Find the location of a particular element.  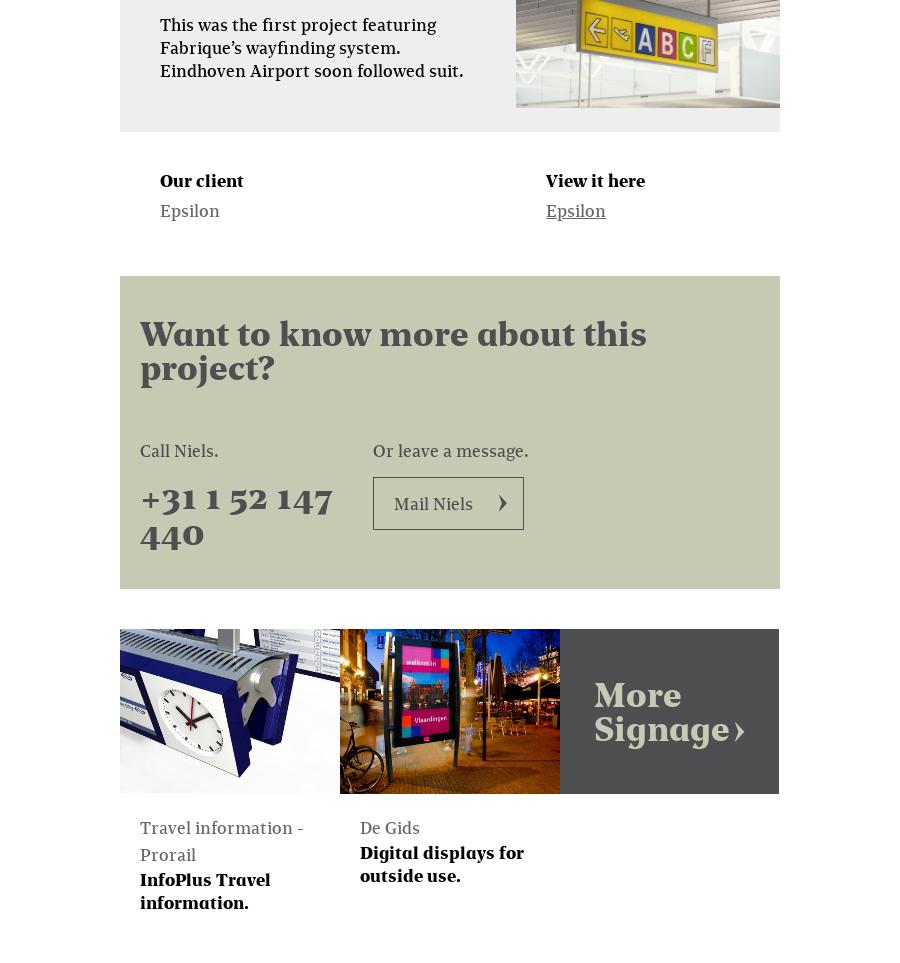

'Call Niels.' is located at coordinates (179, 448).